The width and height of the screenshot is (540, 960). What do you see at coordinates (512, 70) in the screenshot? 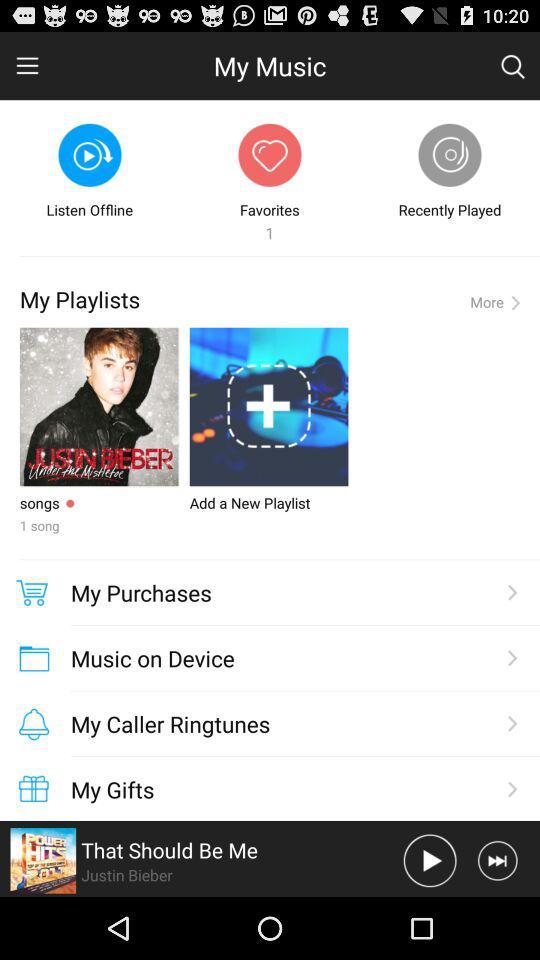
I see `the search icon` at bounding box center [512, 70].